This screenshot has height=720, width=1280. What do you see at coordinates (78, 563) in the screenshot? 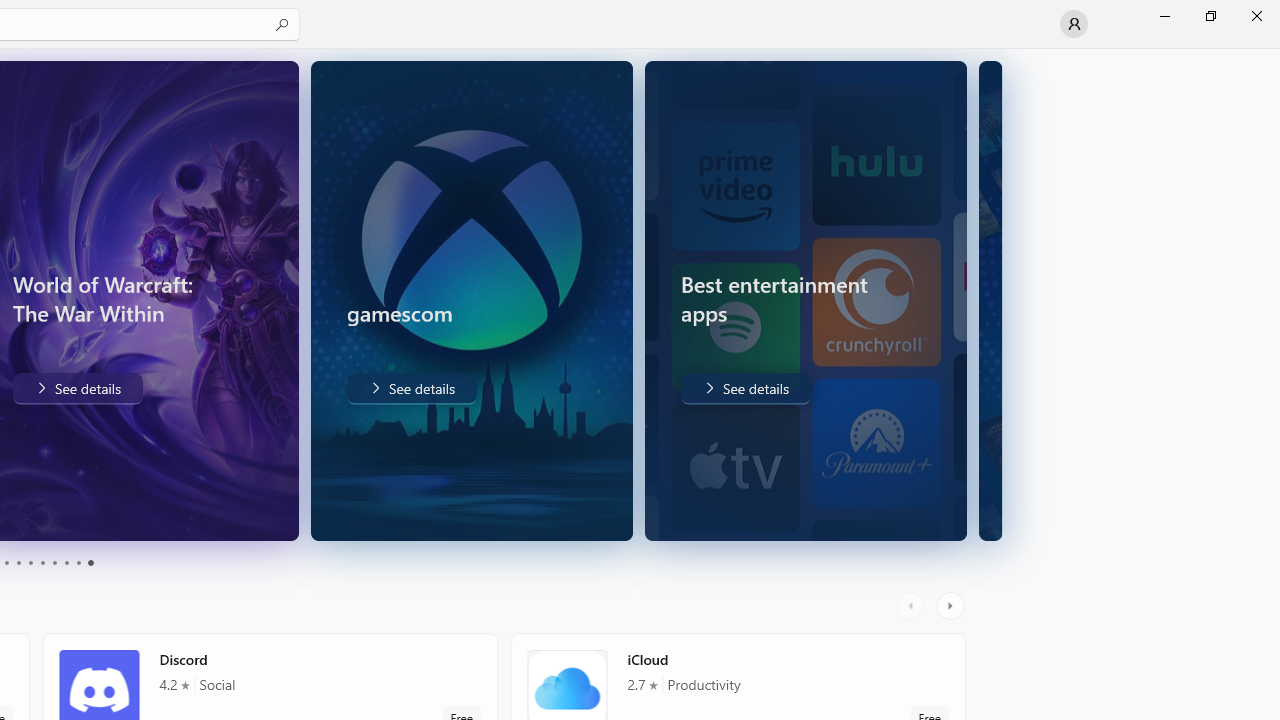
I see `'Page 9'` at bounding box center [78, 563].